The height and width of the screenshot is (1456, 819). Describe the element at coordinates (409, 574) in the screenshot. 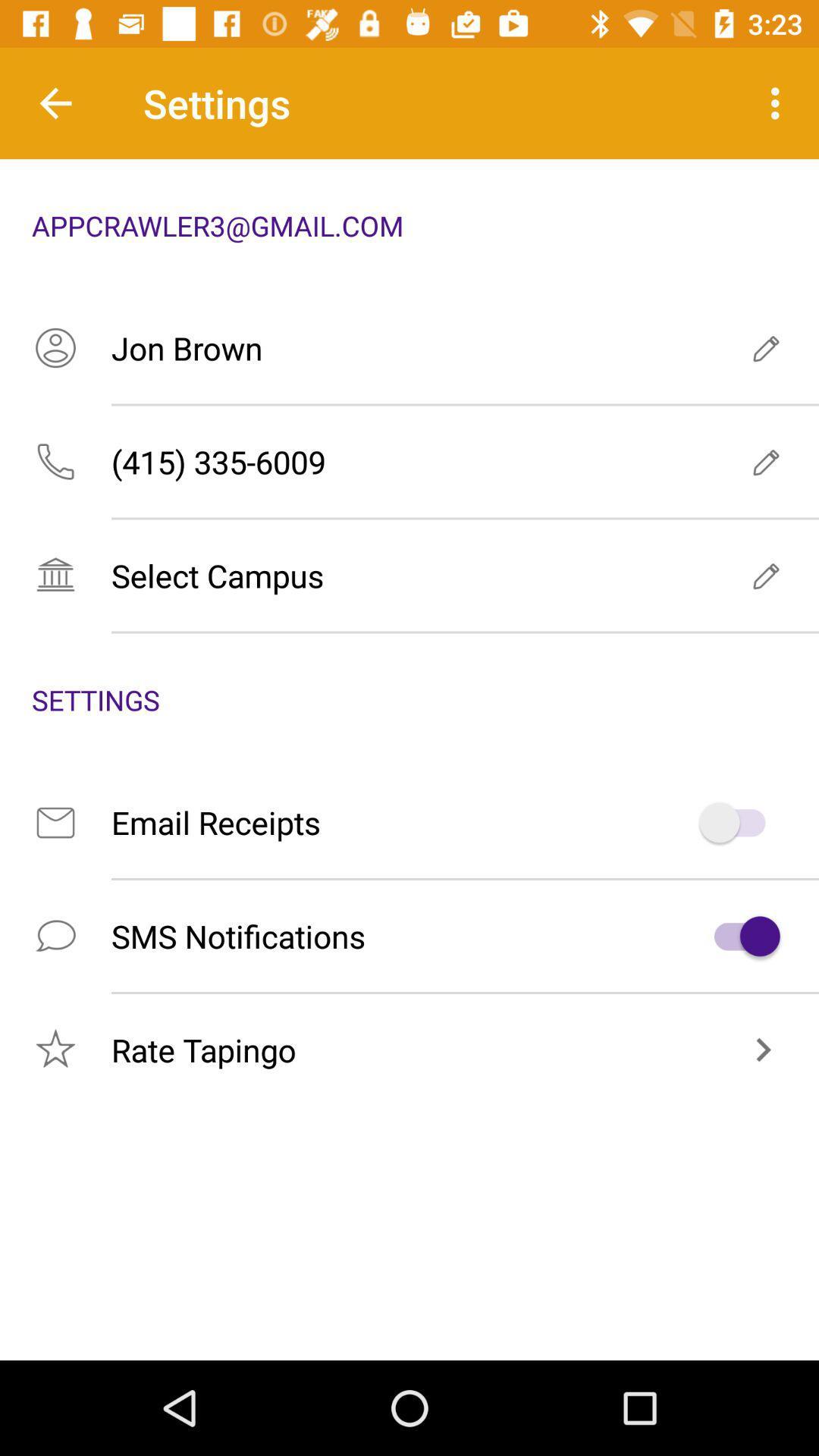

I see `select campus item` at that location.